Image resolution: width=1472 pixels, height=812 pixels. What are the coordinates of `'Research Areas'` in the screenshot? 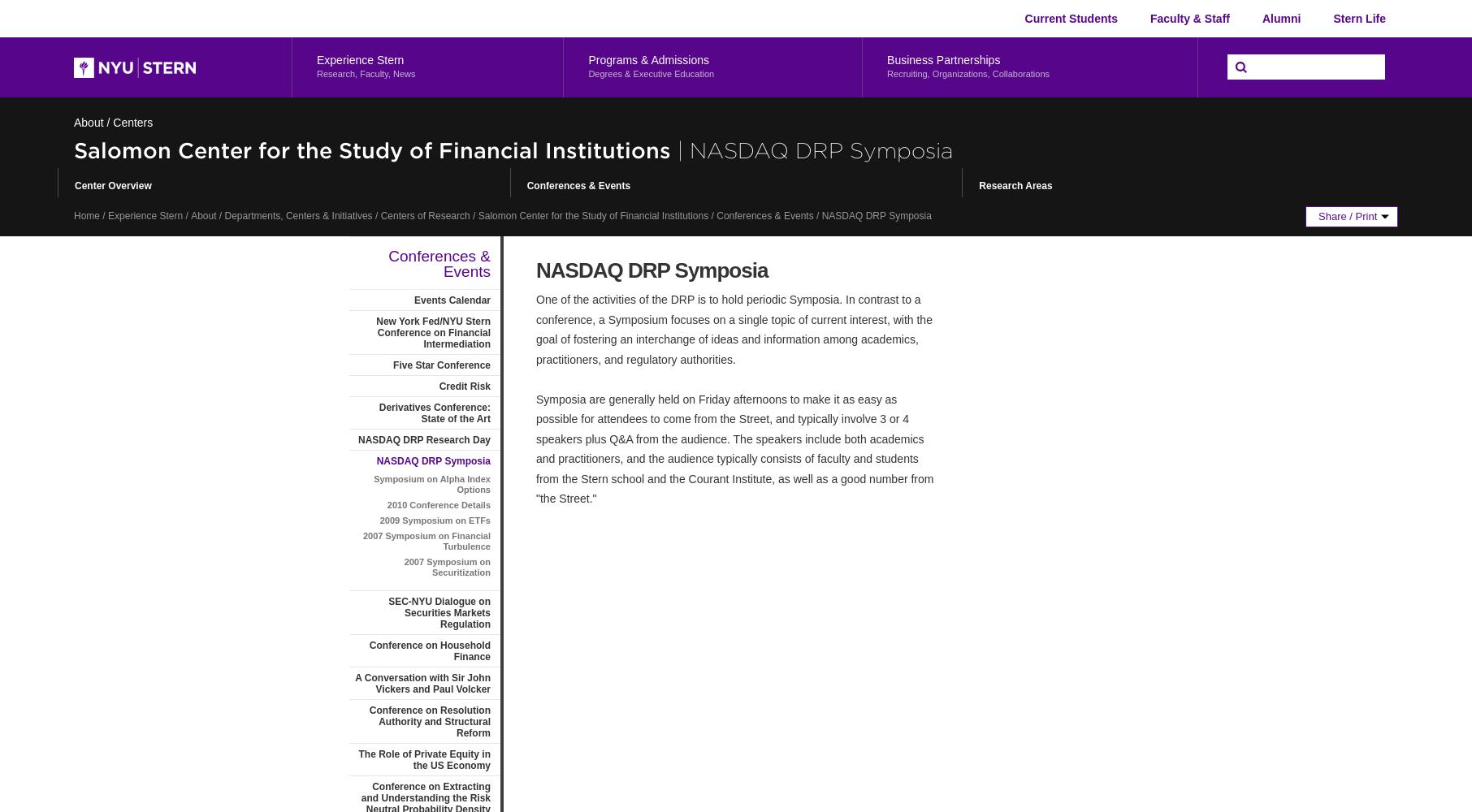 It's located at (1014, 185).